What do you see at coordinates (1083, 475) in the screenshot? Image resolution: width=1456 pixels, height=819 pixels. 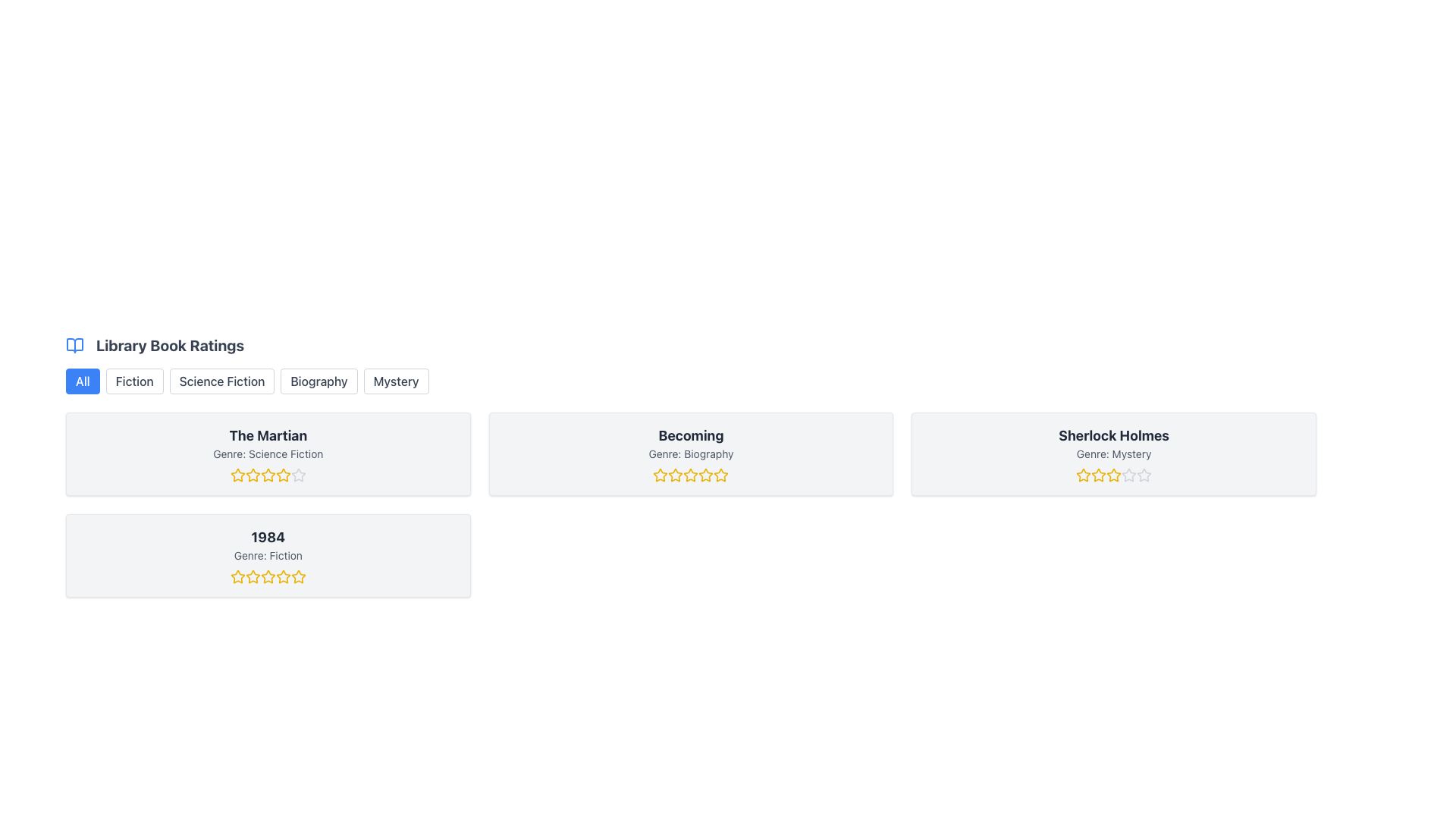 I see `the highlighted yellow star icon for the book 'Sherlock Holmes' in the 'Genre: Mystery' section` at bounding box center [1083, 475].